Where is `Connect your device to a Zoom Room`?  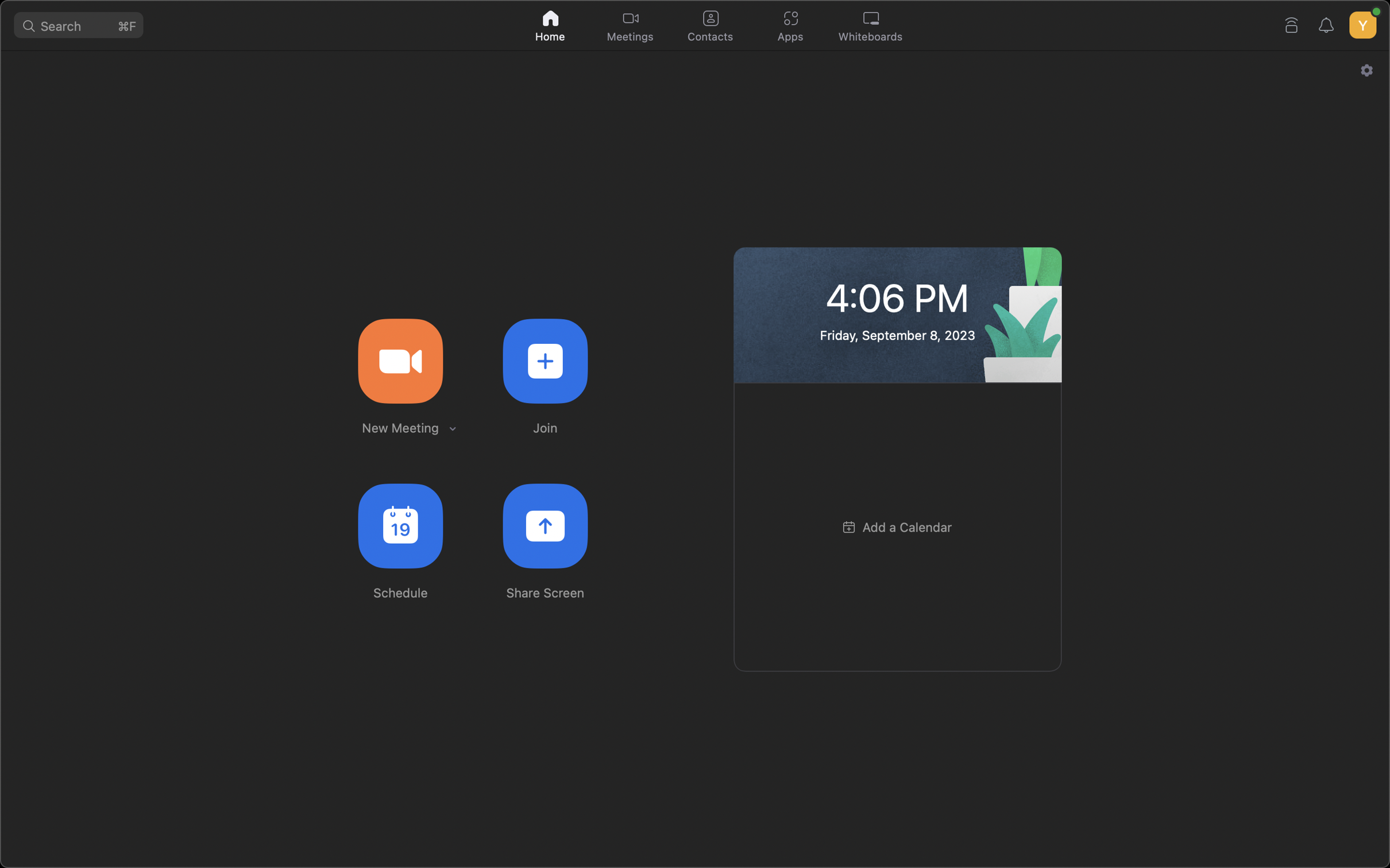 Connect your device to a Zoom Room is located at coordinates (1292, 22).